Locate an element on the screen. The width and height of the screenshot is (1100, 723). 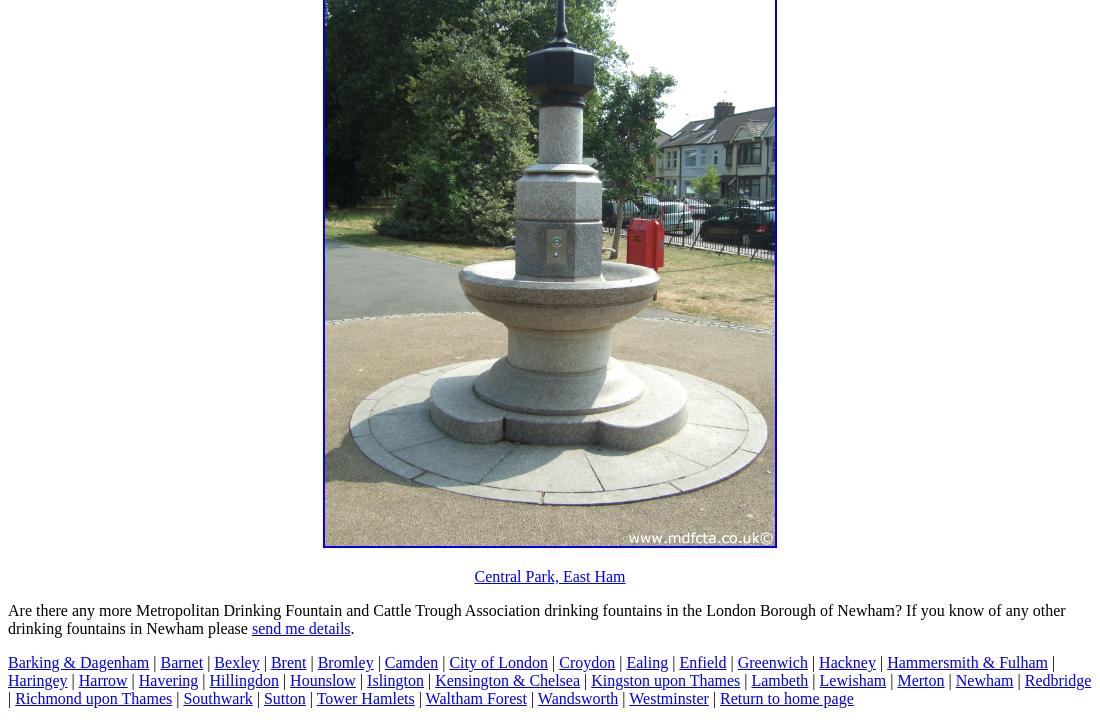
'.' is located at coordinates (350, 627).